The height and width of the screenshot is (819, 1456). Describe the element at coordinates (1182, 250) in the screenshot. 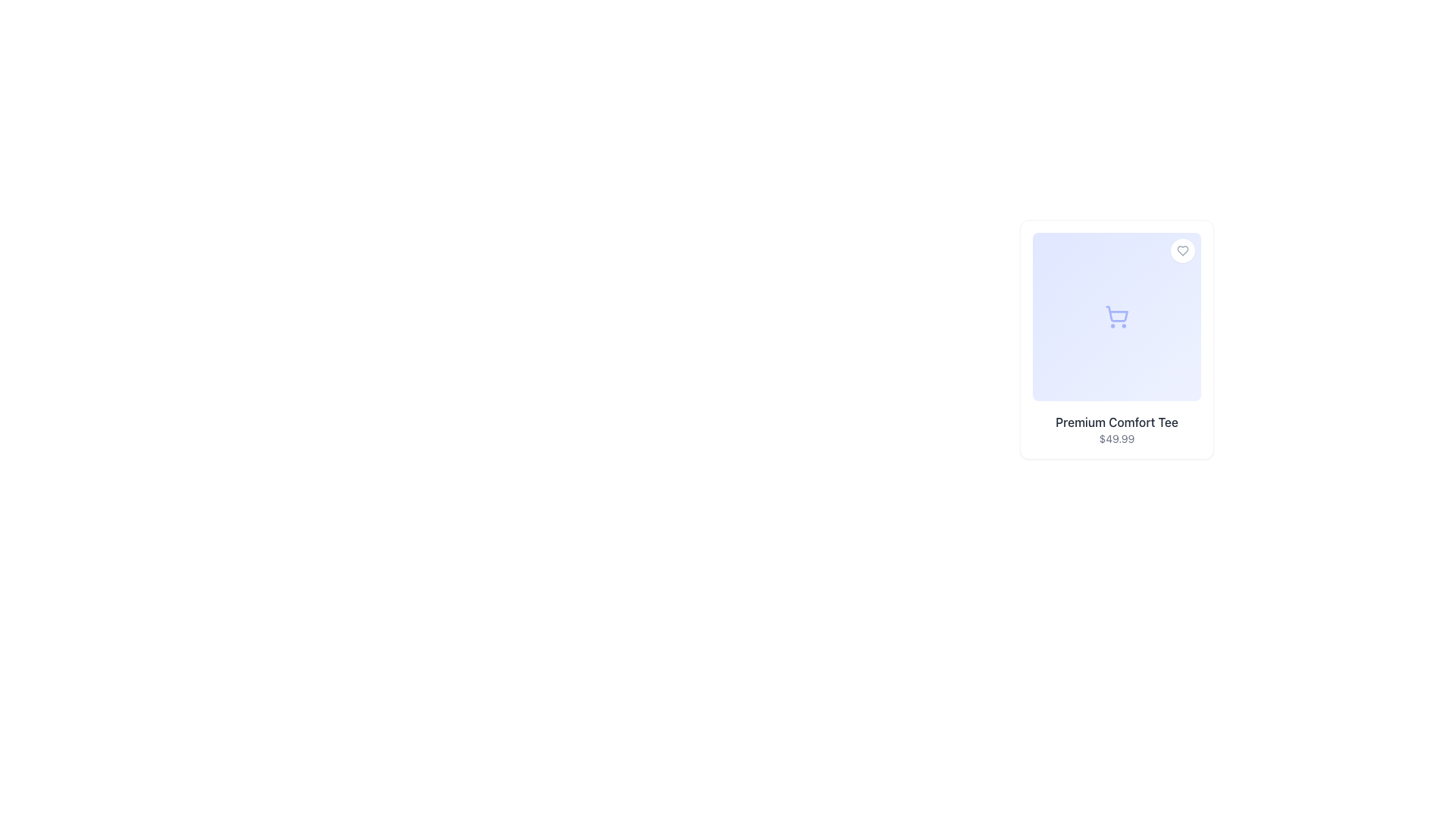

I see `the heart icon in the top-right corner of the product card` at that location.